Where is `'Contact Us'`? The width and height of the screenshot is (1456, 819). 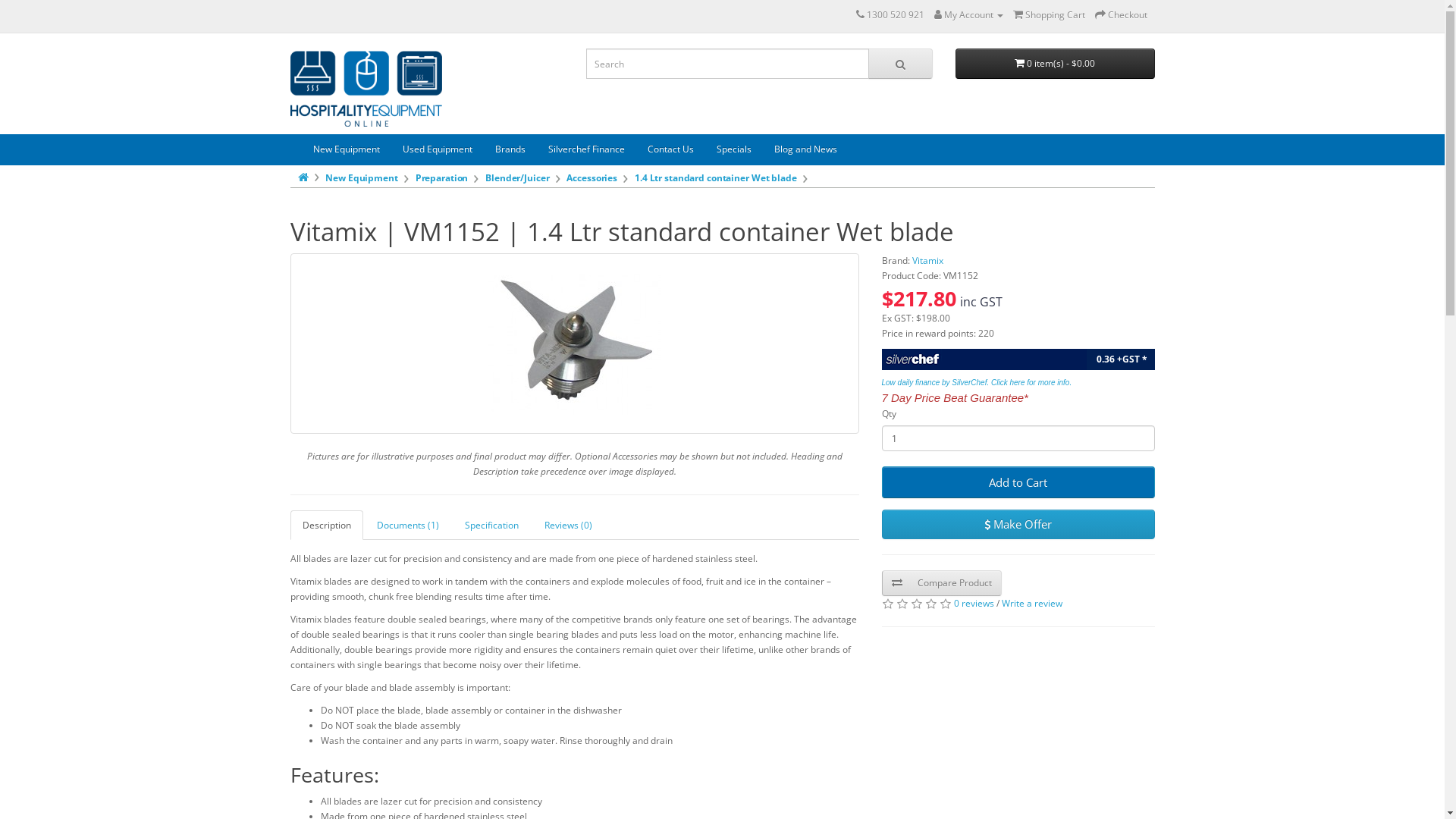 'Contact Us' is located at coordinates (635, 149).